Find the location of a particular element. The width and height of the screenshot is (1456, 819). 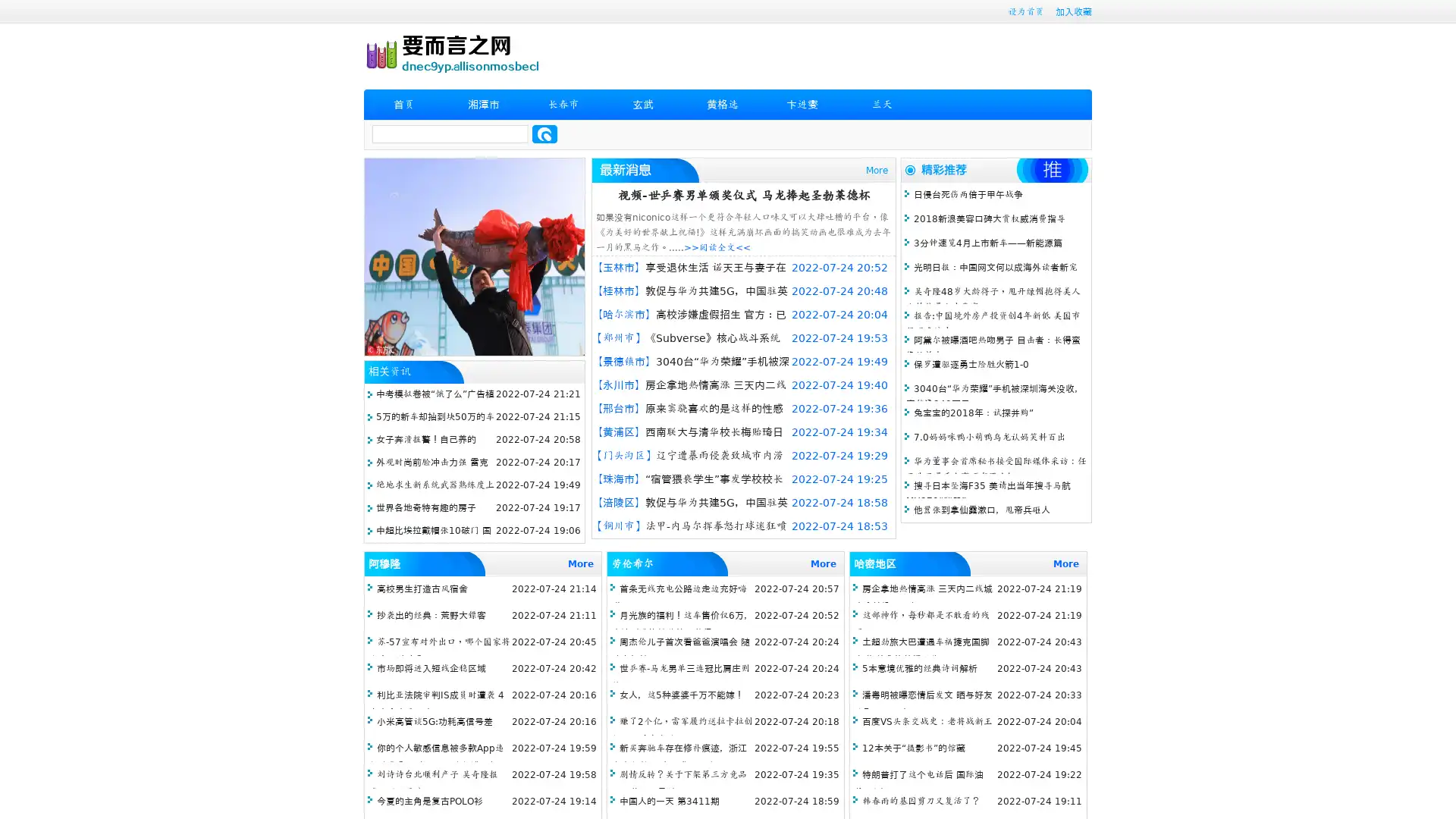

Search is located at coordinates (544, 133).